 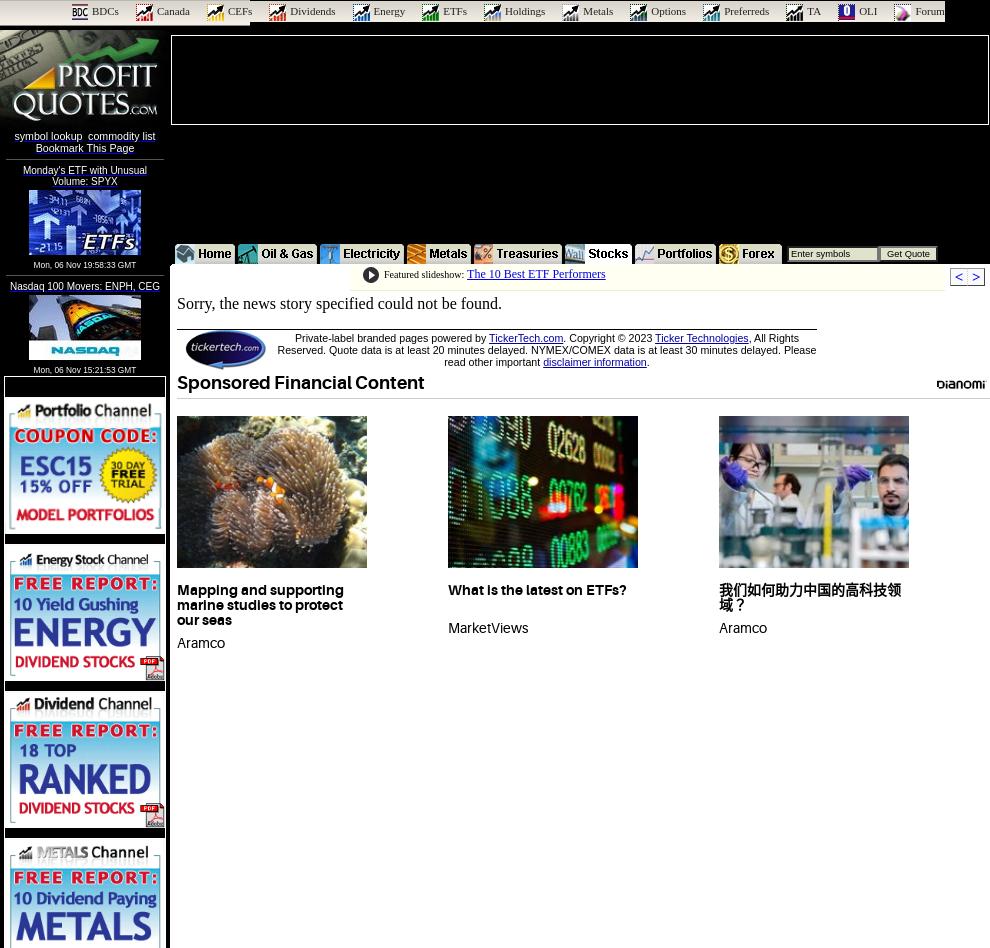 What do you see at coordinates (928, 10) in the screenshot?
I see `'Forum'` at bounding box center [928, 10].